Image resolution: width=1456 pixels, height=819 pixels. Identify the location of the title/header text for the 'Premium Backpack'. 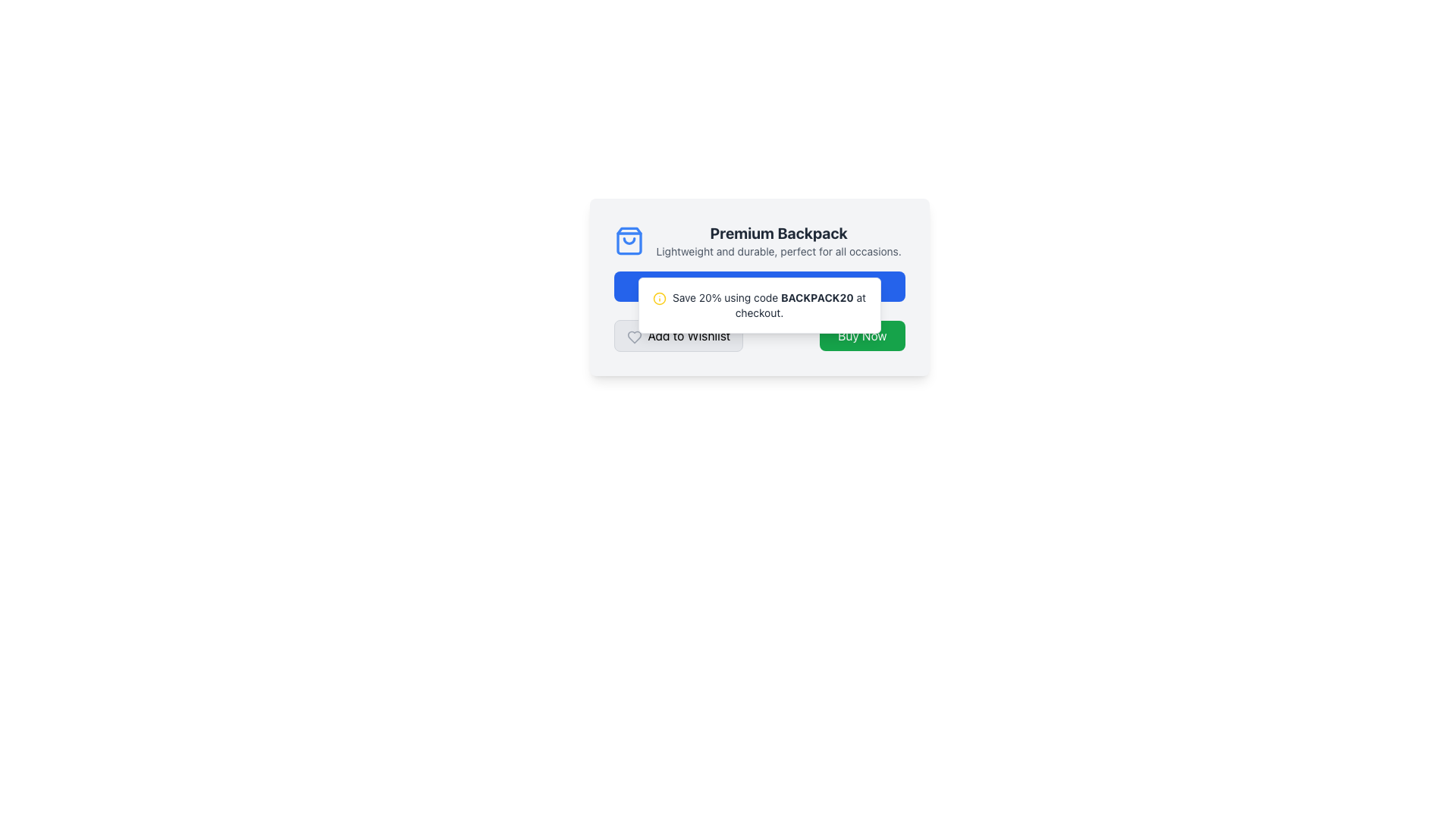
(779, 234).